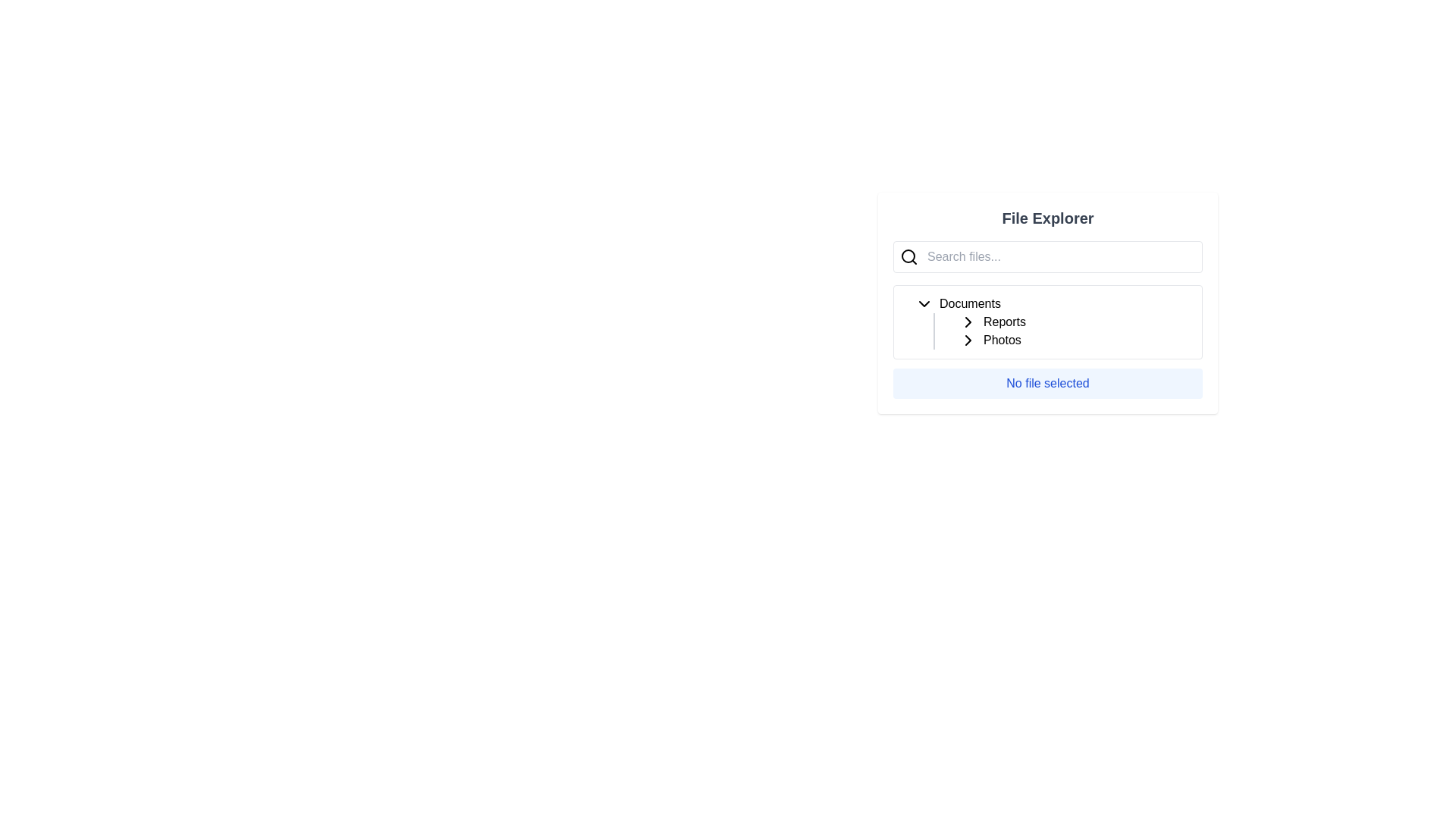 The height and width of the screenshot is (819, 1456). What do you see at coordinates (1047, 303) in the screenshot?
I see `the dropdown in the 'File Explorer' section to manage file navigation` at bounding box center [1047, 303].